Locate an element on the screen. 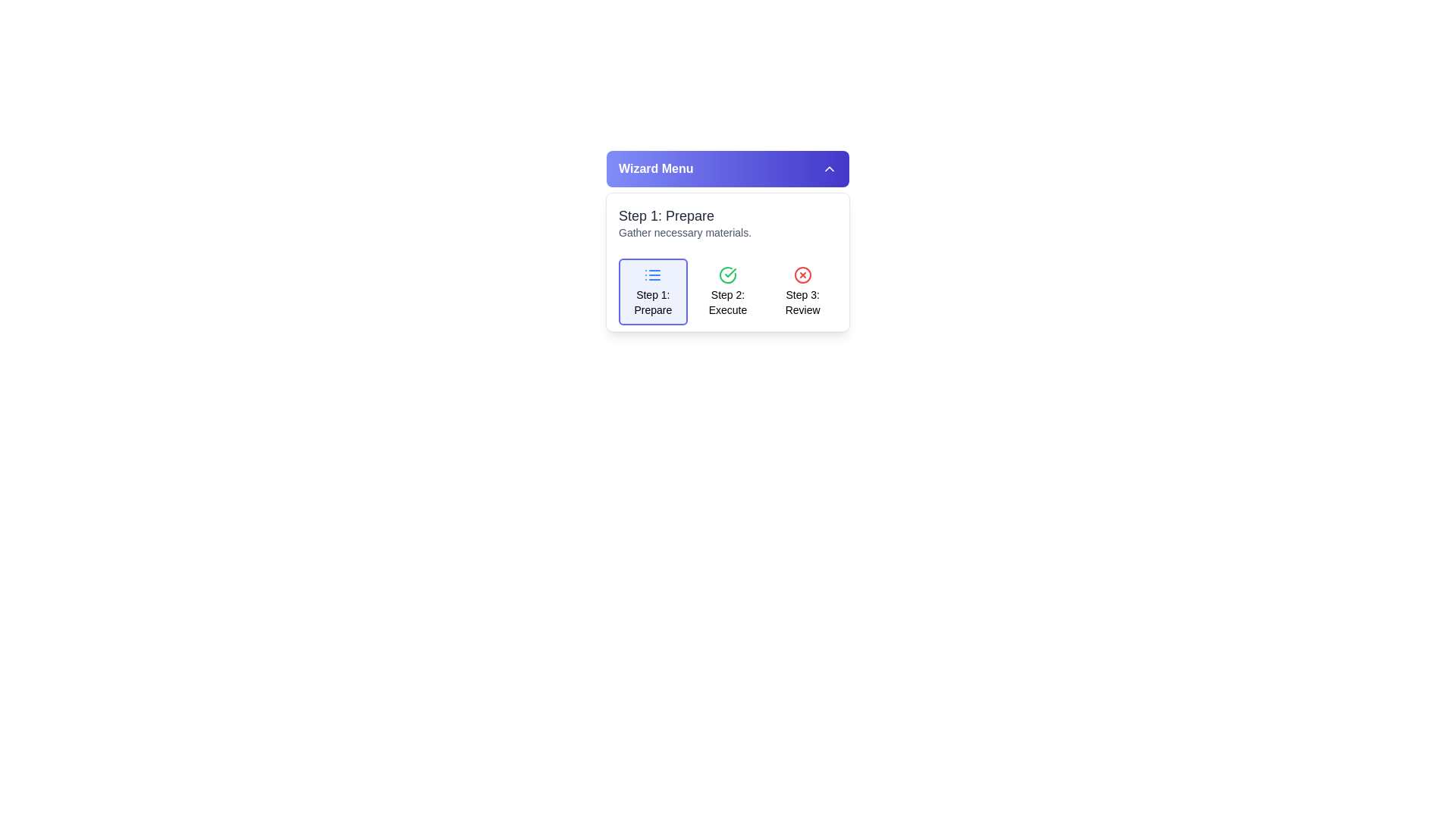 This screenshot has width=1456, height=819. the circular green checkmark button labeled 'Step 2: Execute' is located at coordinates (728, 291).